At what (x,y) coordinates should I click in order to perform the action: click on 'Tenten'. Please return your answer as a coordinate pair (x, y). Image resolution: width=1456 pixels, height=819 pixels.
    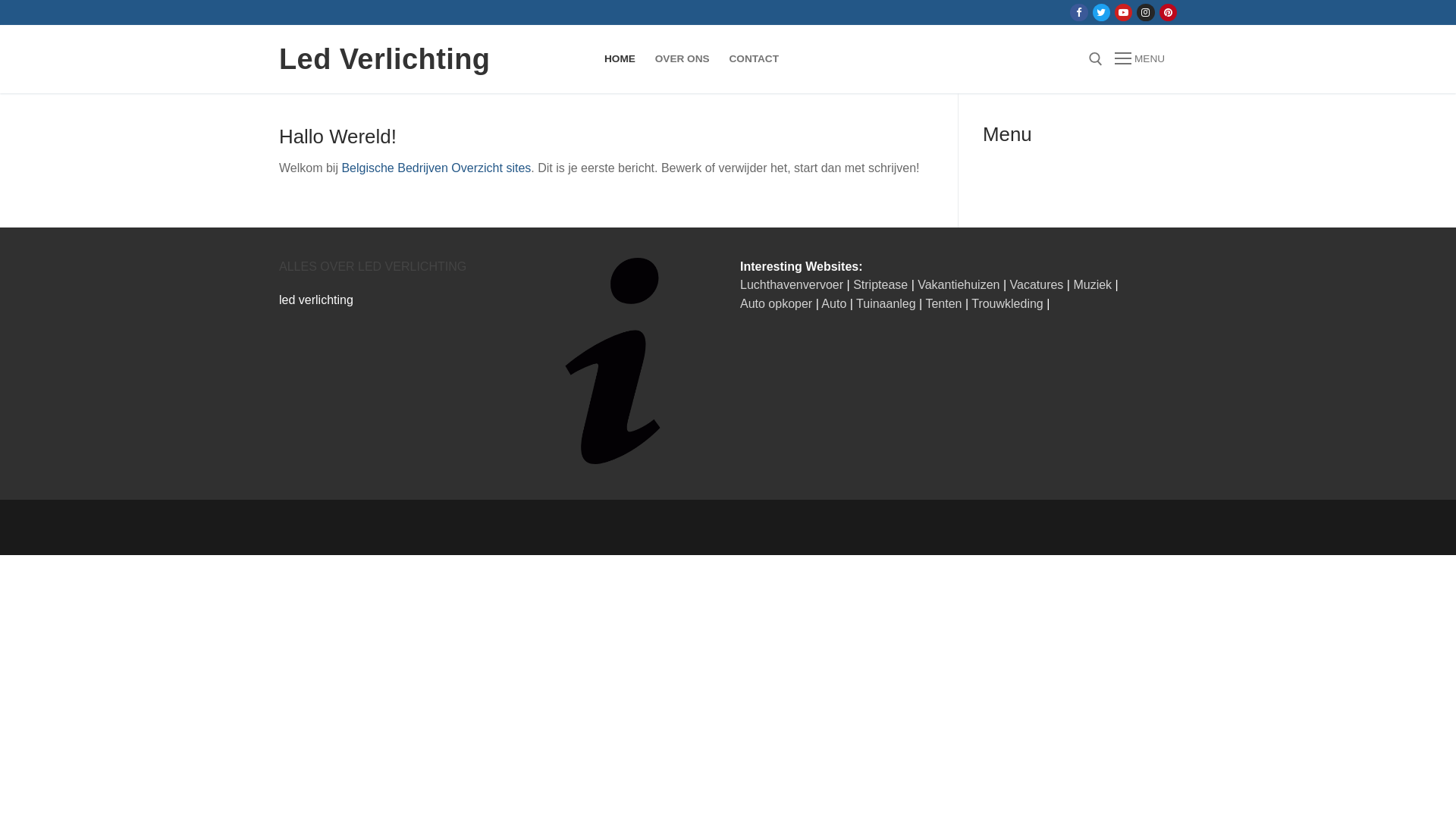
    Looking at the image, I should click on (924, 303).